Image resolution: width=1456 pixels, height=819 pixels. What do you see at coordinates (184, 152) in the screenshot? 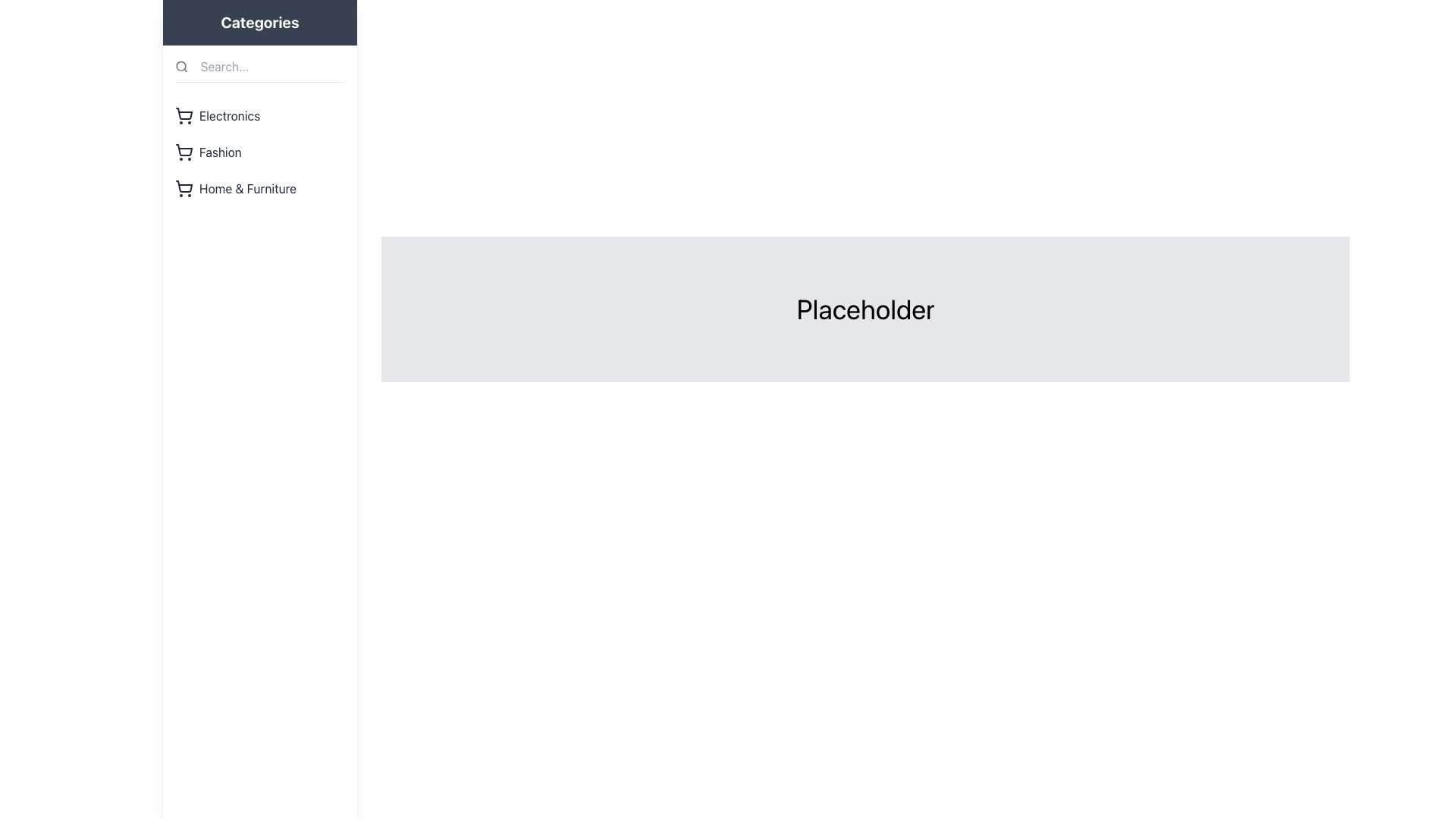
I see `the shopping cart icon associated with the 'Fashion' category, which is the second item in the left sidebar menu` at bounding box center [184, 152].